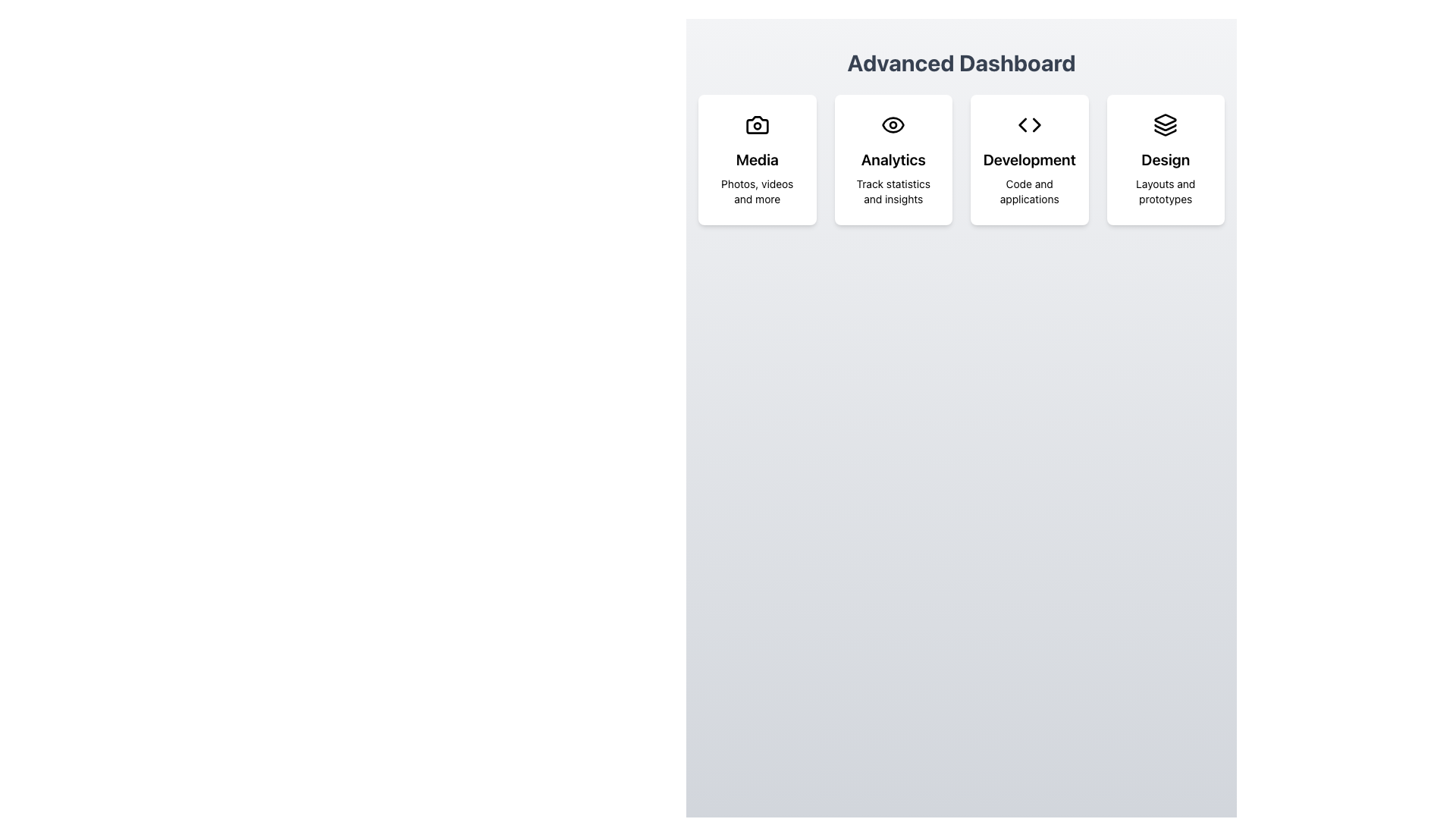  What do you see at coordinates (1165, 119) in the screenshot?
I see `the uppermost rhombus-shaped SVG graphic icon, which is part of a stack design and located near the upper-right corner of the dashboard, above the 'Design' text` at bounding box center [1165, 119].